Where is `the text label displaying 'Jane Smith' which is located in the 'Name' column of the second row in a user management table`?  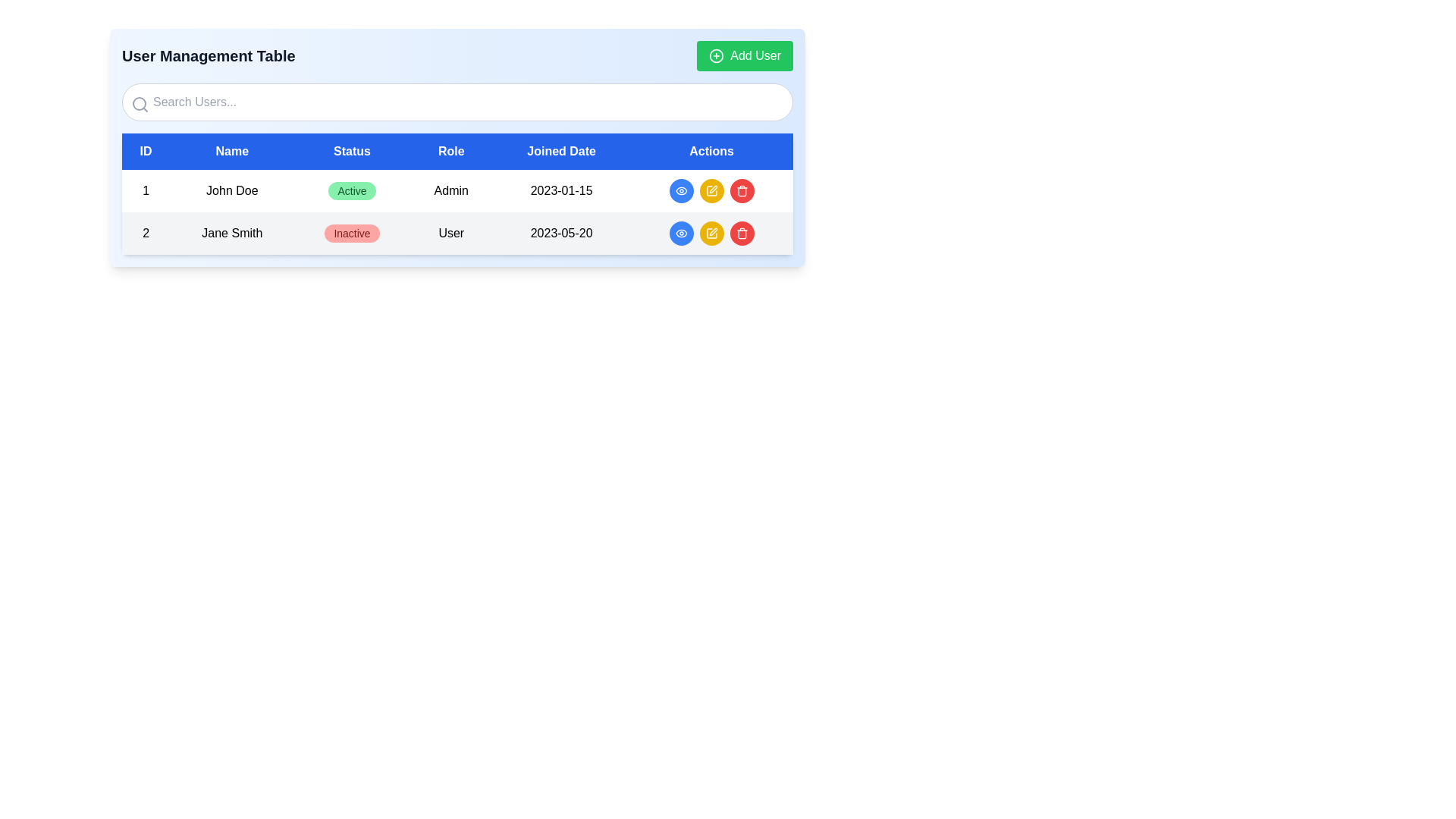 the text label displaying 'Jane Smith' which is located in the 'Name' column of the second row in a user management table is located at coordinates (231, 234).